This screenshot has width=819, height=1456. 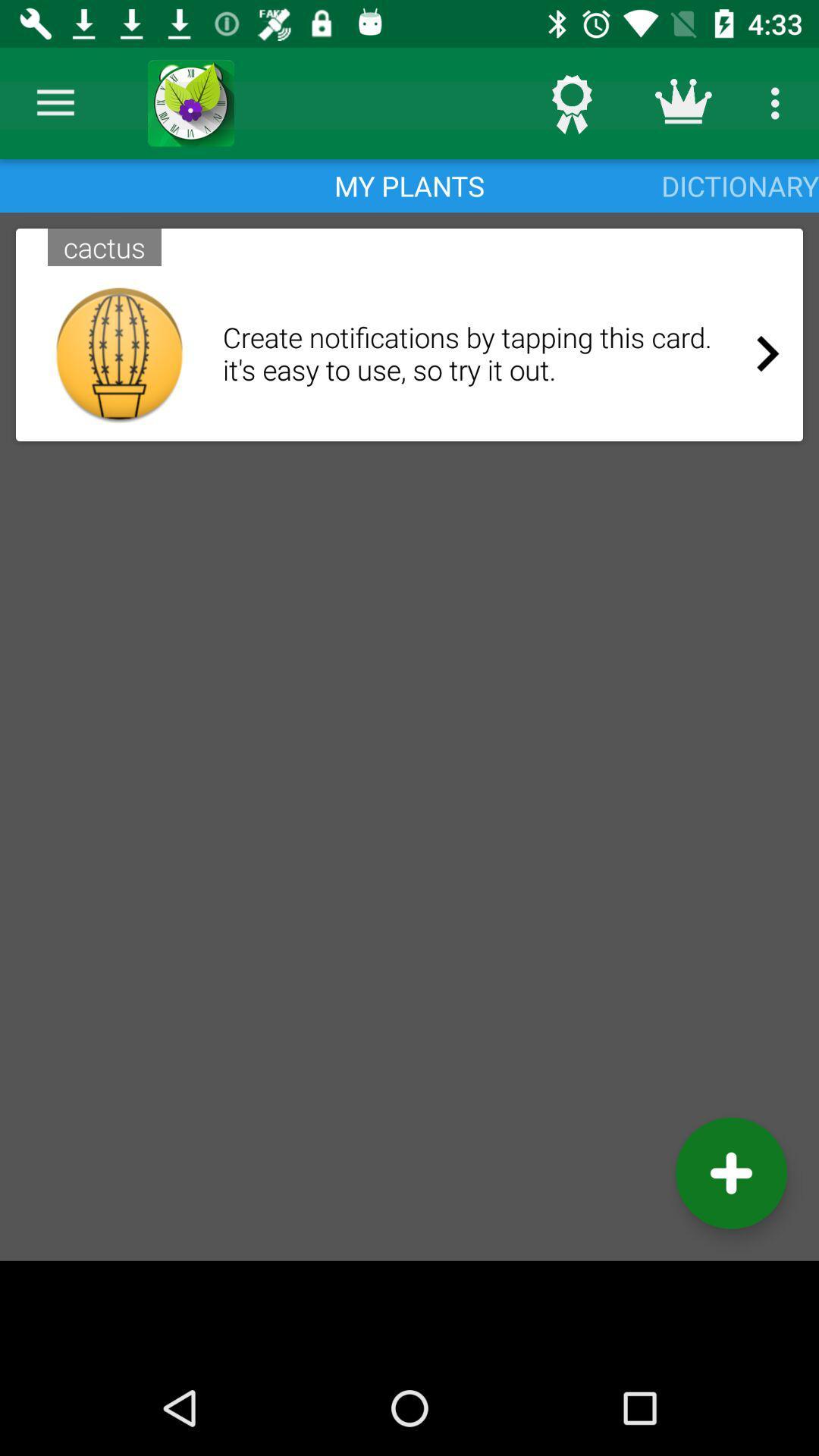 I want to click on the add icon, so click(x=730, y=1172).